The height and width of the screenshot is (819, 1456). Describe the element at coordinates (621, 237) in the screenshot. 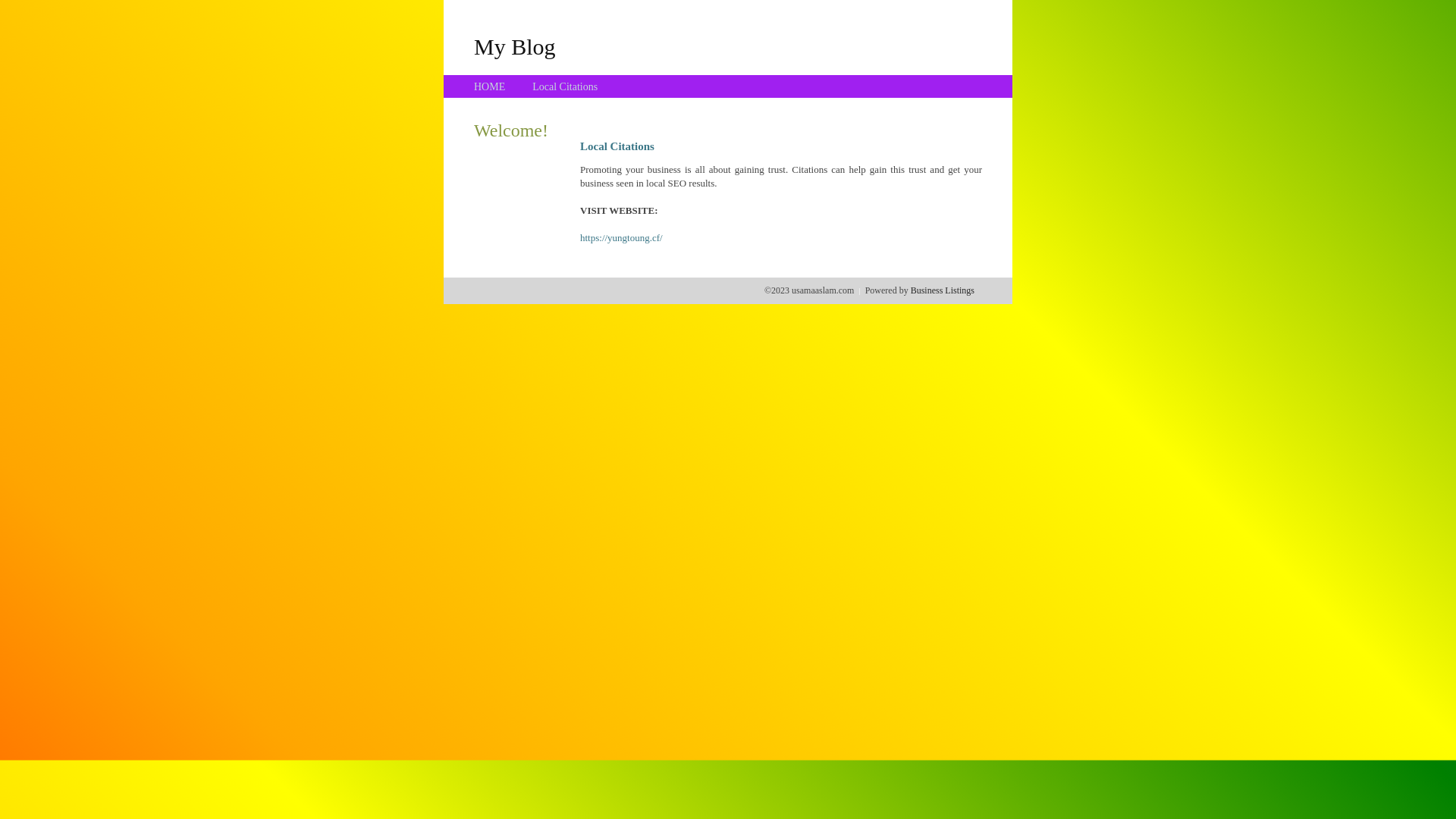

I see `'https://yungtoung.cf/'` at that location.